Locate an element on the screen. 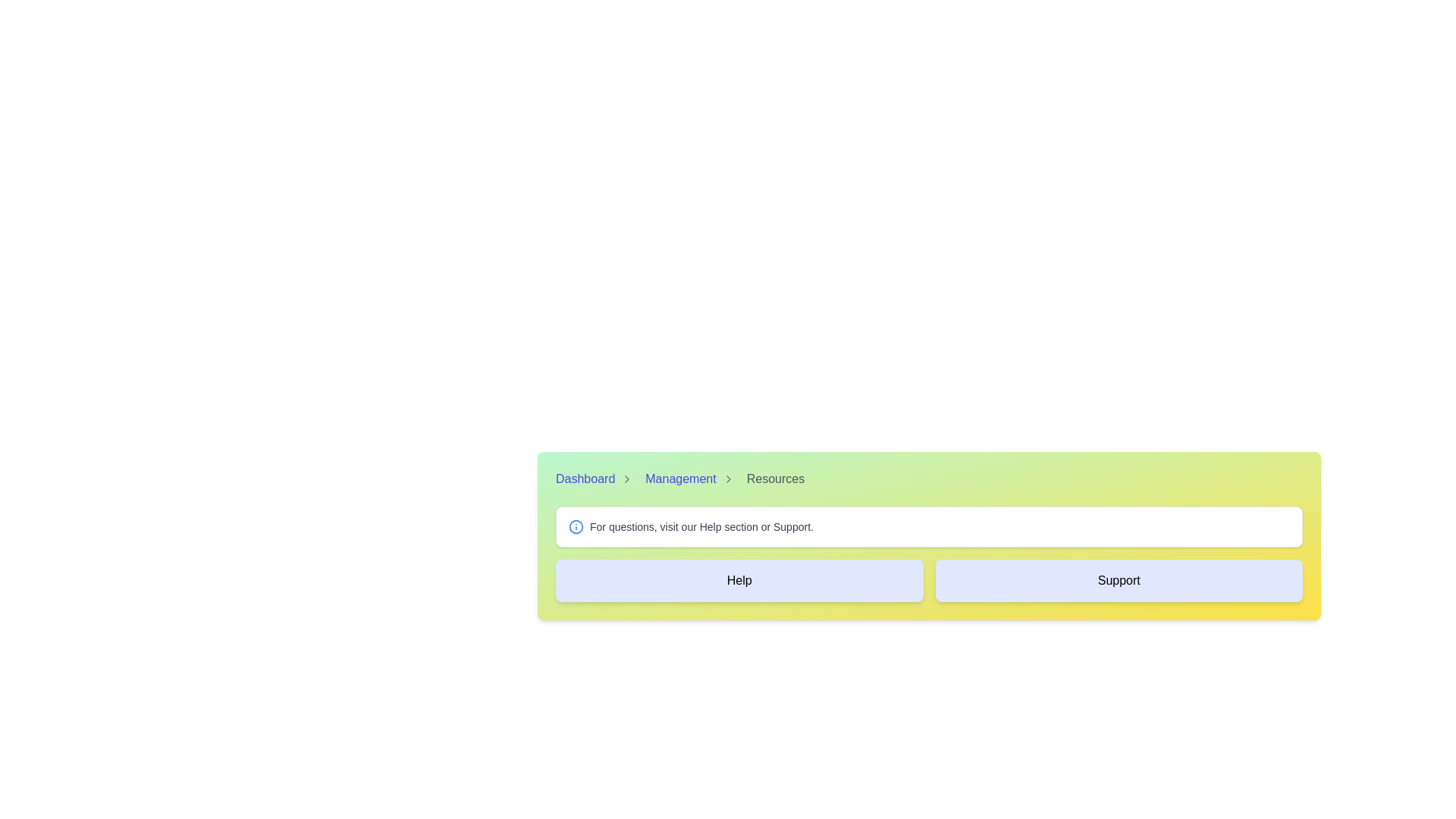  the text label reading 'Resources' in the breadcrumb navigation bar, which is gray in color and positioned after 'Dashboard' and 'Management' is located at coordinates (775, 479).